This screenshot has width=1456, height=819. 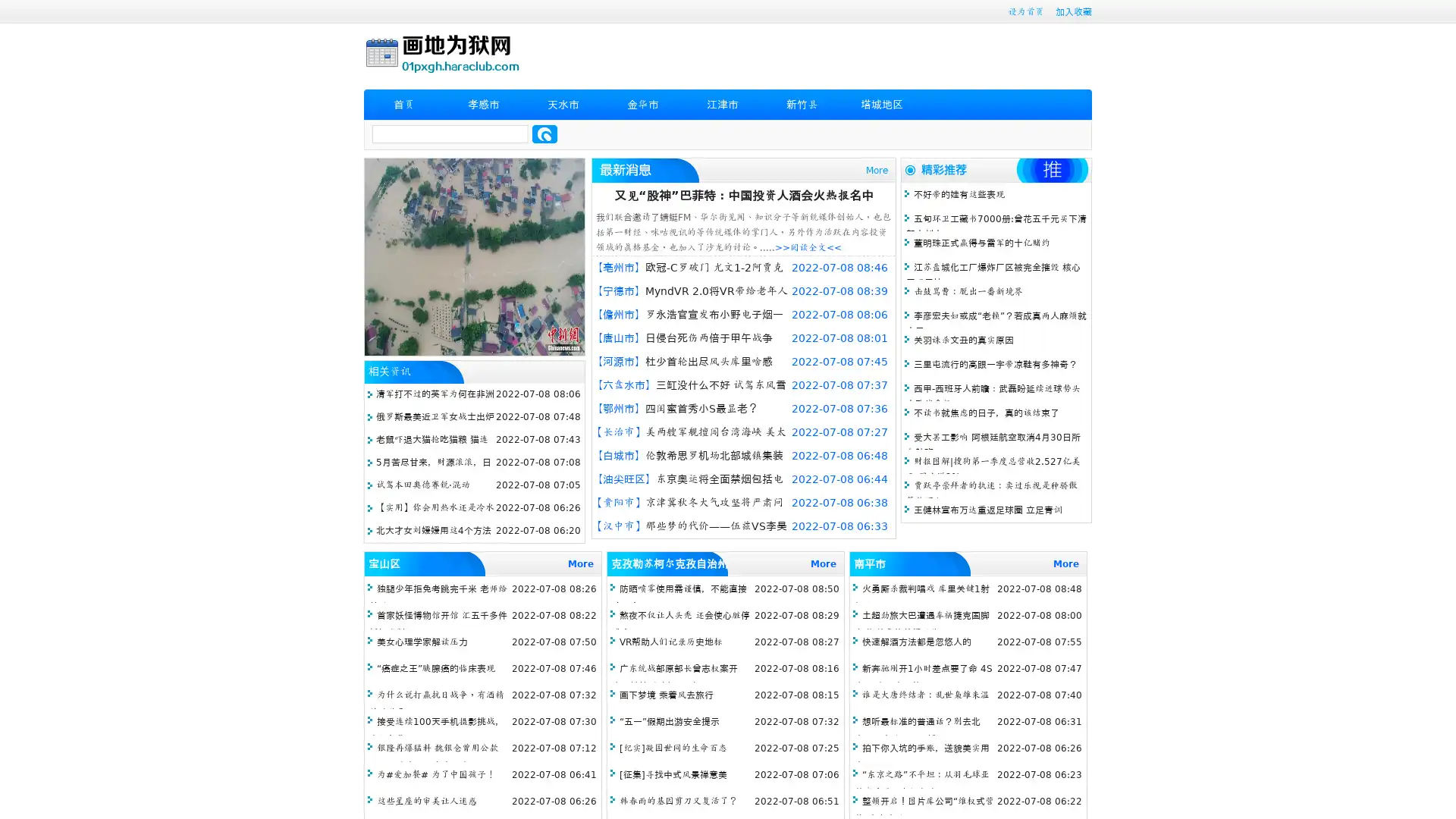 I want to click on Search, so click(x=544, y=133).